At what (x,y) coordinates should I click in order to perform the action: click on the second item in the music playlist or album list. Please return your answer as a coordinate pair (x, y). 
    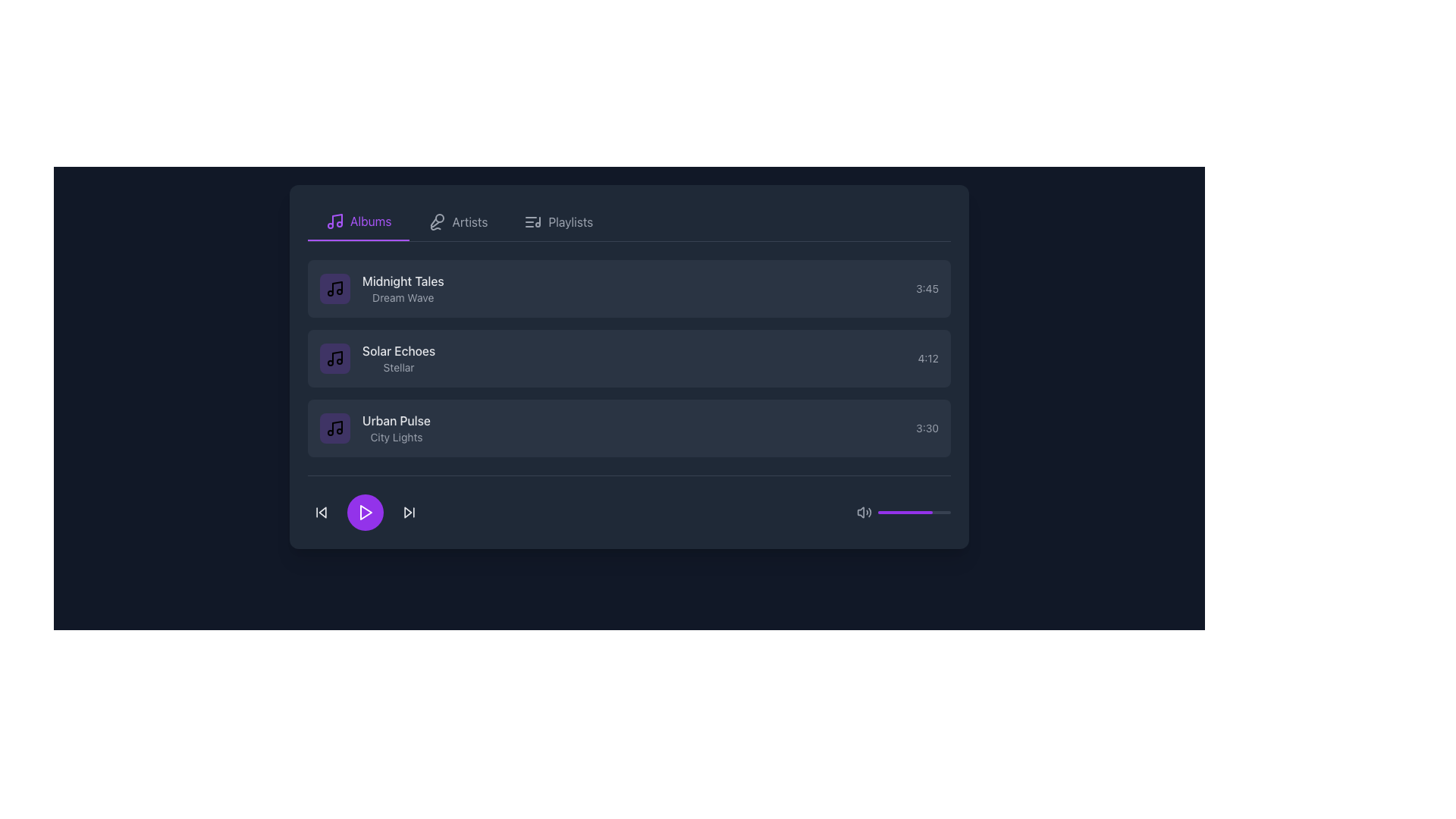
    Looking at the image, I should click on (399, 359).